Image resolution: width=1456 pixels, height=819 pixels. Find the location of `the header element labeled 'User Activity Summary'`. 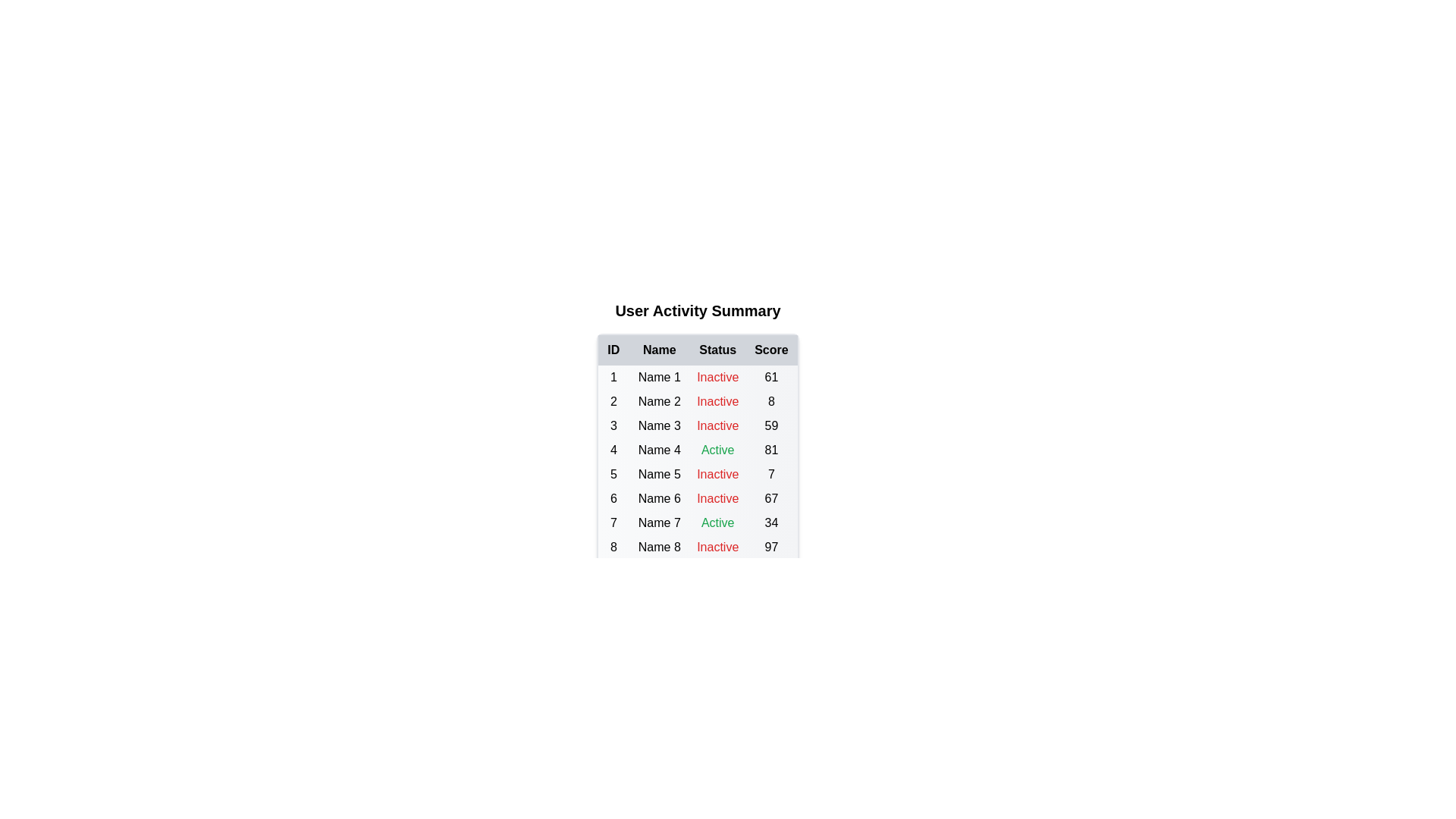

the header element labeled 'User Activity Summary' is located at coordinates (697, 309).